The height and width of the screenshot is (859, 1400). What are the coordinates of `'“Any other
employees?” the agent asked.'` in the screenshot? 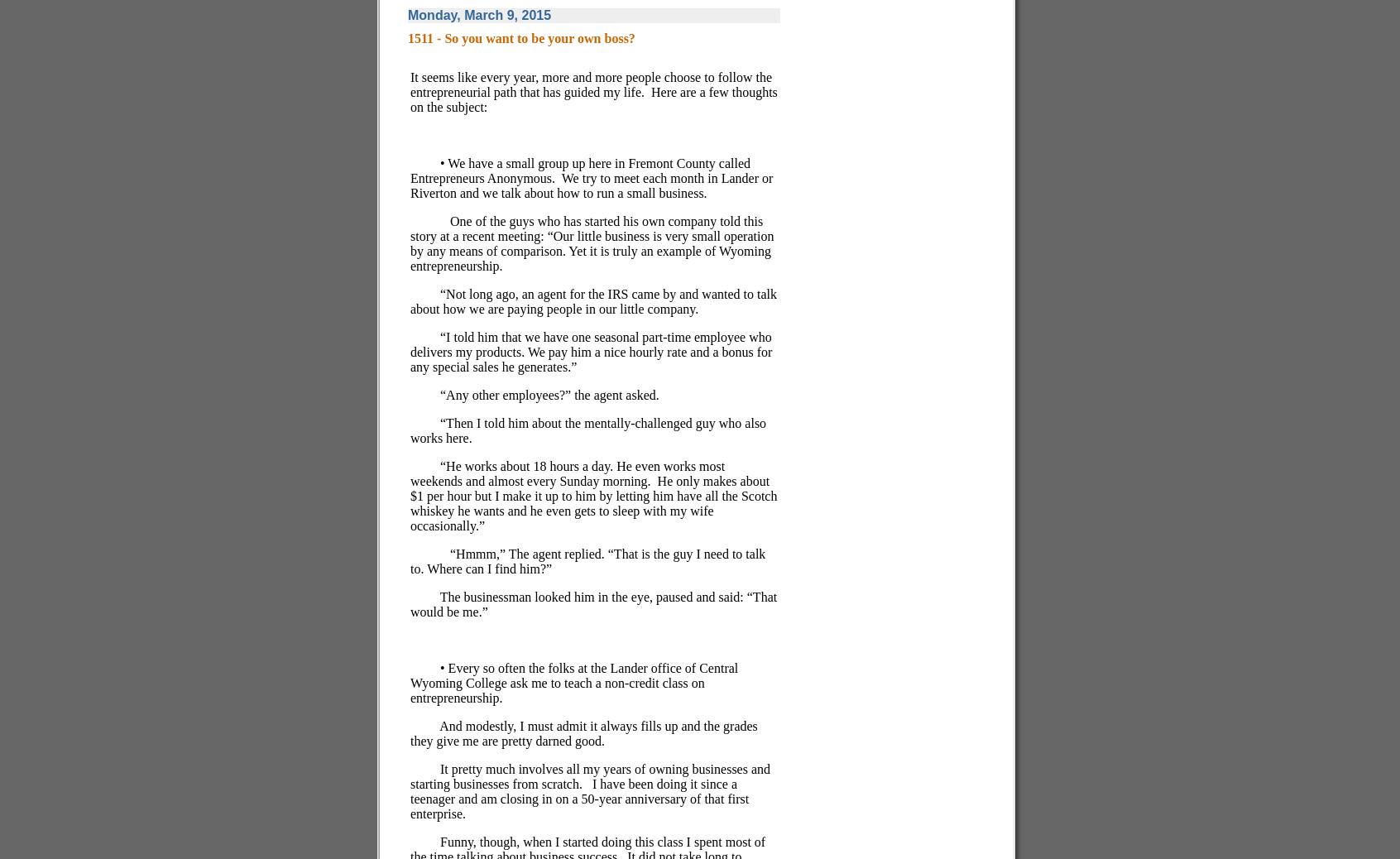 It's located at (549, 394).